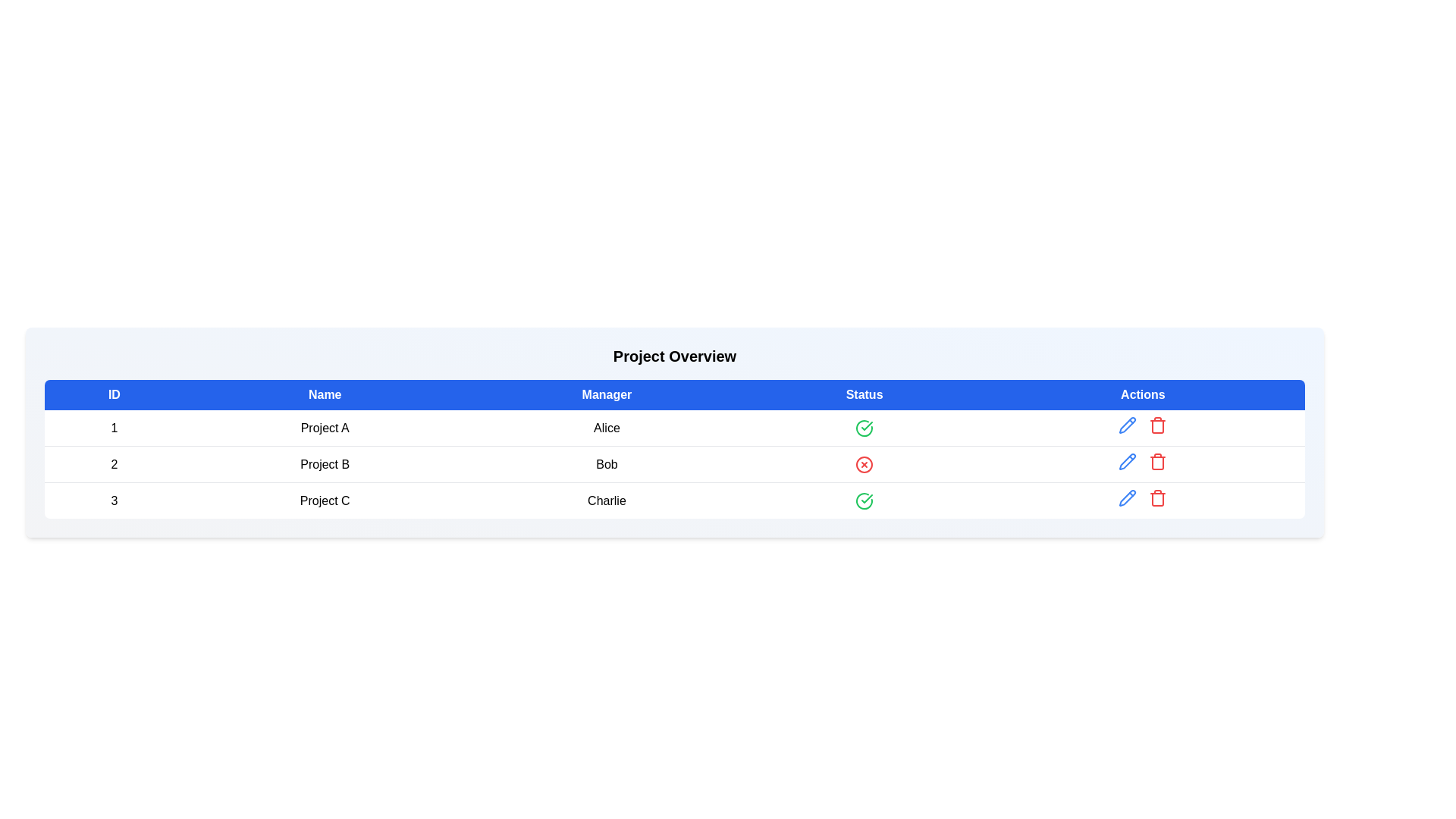  Describe the element at coordinates (607, 428) in the screenshot. I see `the content of the text label in the 'Manager' column of the first row under the 'Project Overview' heading` at that location.